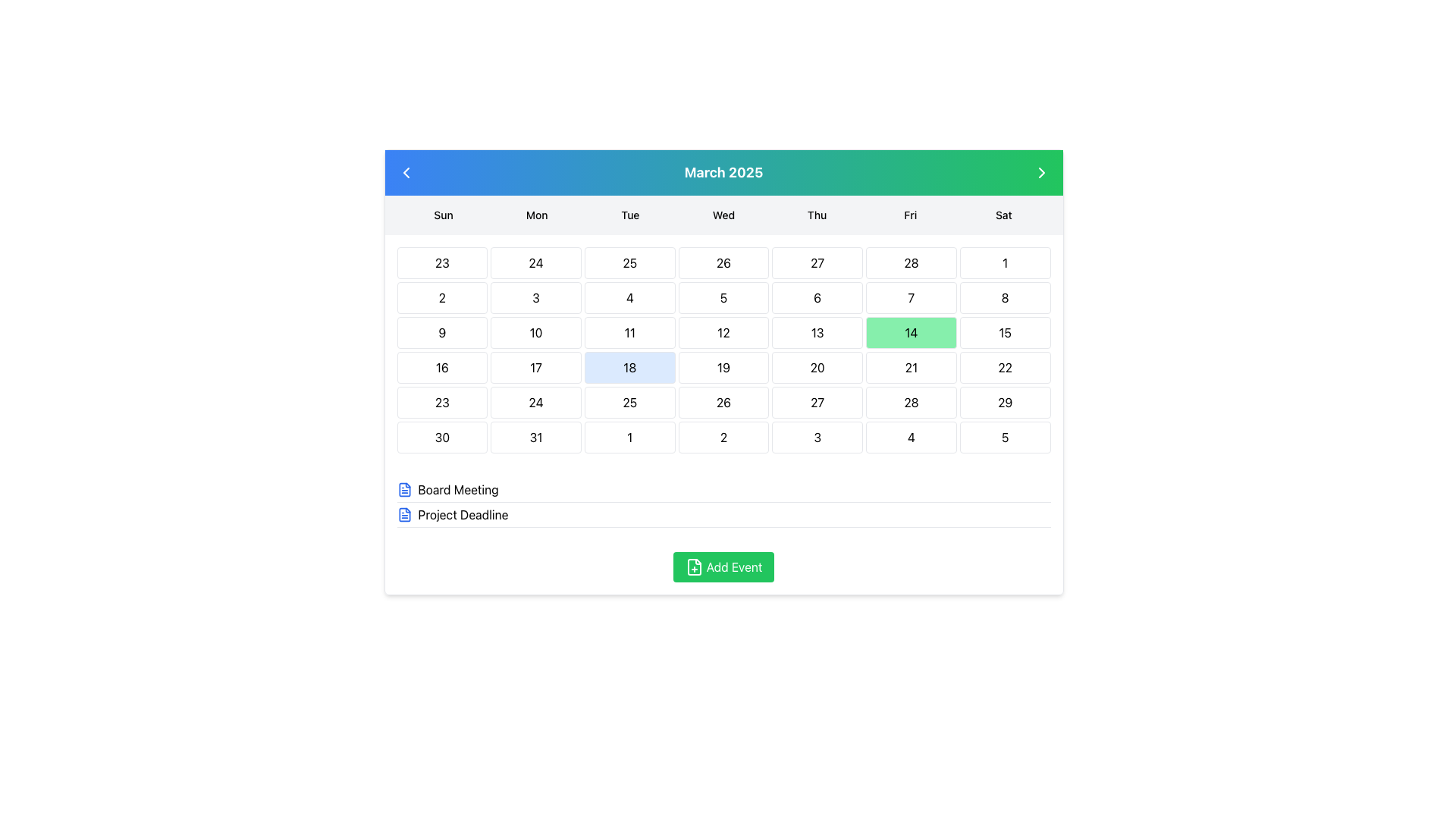 This screenshot has width=1456, height=819. Describe the element at coordinates (536, 438) in the screenshot. I see `the calendar date text label representing the 31st in the sixth row and second column of the calendar grid layout` at that location.